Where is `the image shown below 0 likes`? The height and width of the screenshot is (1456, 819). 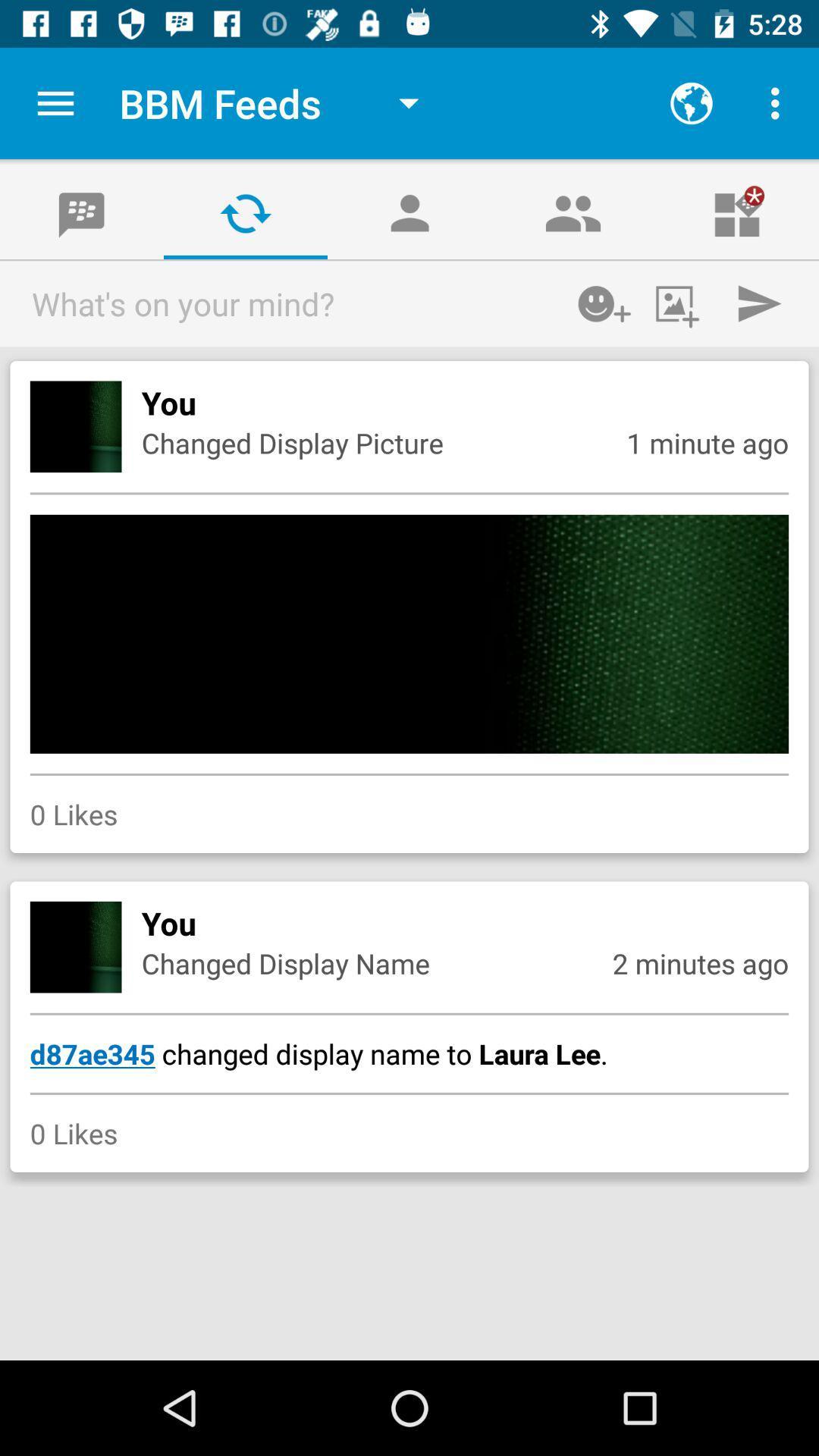
the image shown below 0 likes is located at coordinates (76, 946).